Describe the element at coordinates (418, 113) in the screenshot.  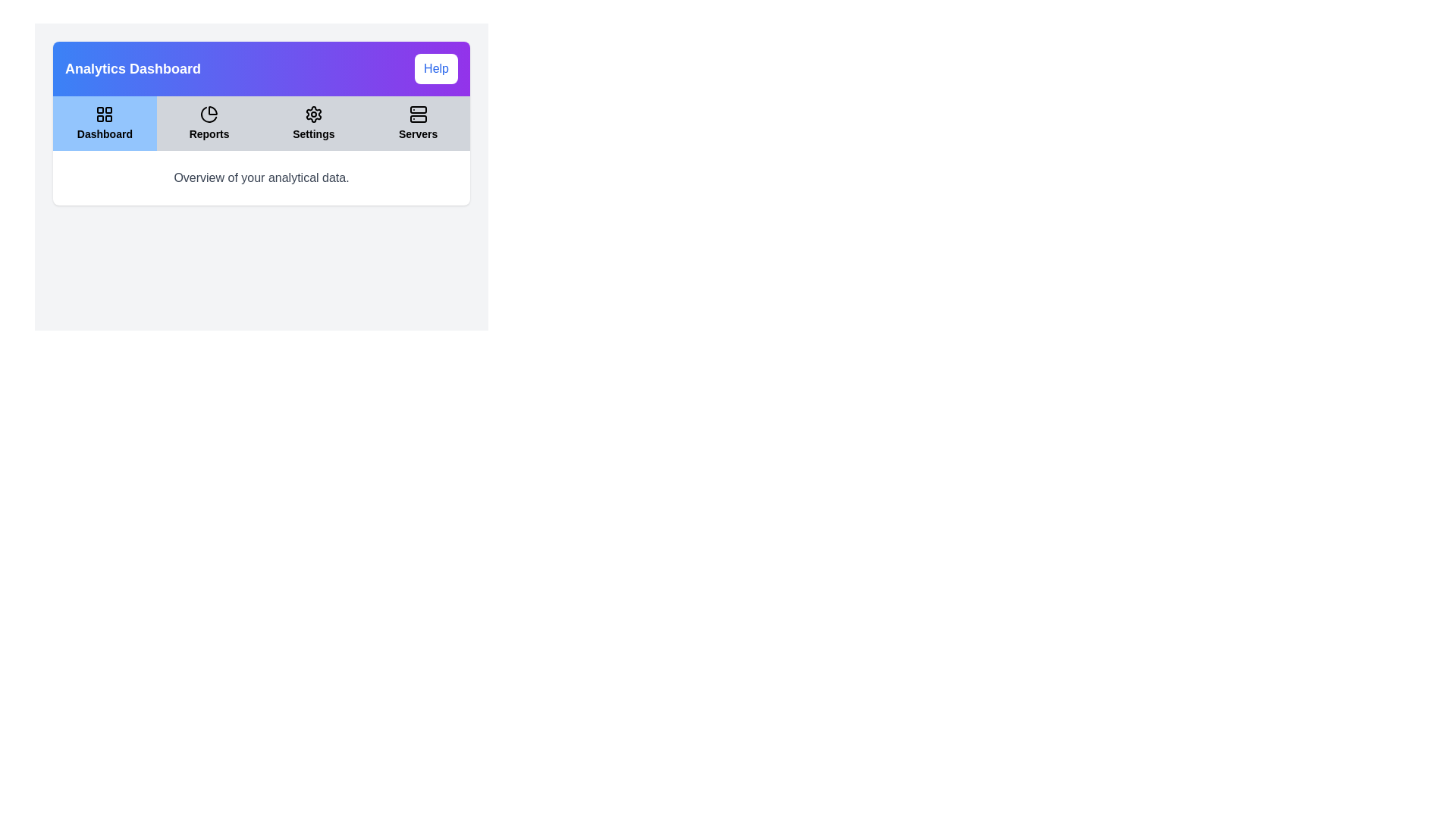
I see `the server stack icon in the navigation bar` at that location.